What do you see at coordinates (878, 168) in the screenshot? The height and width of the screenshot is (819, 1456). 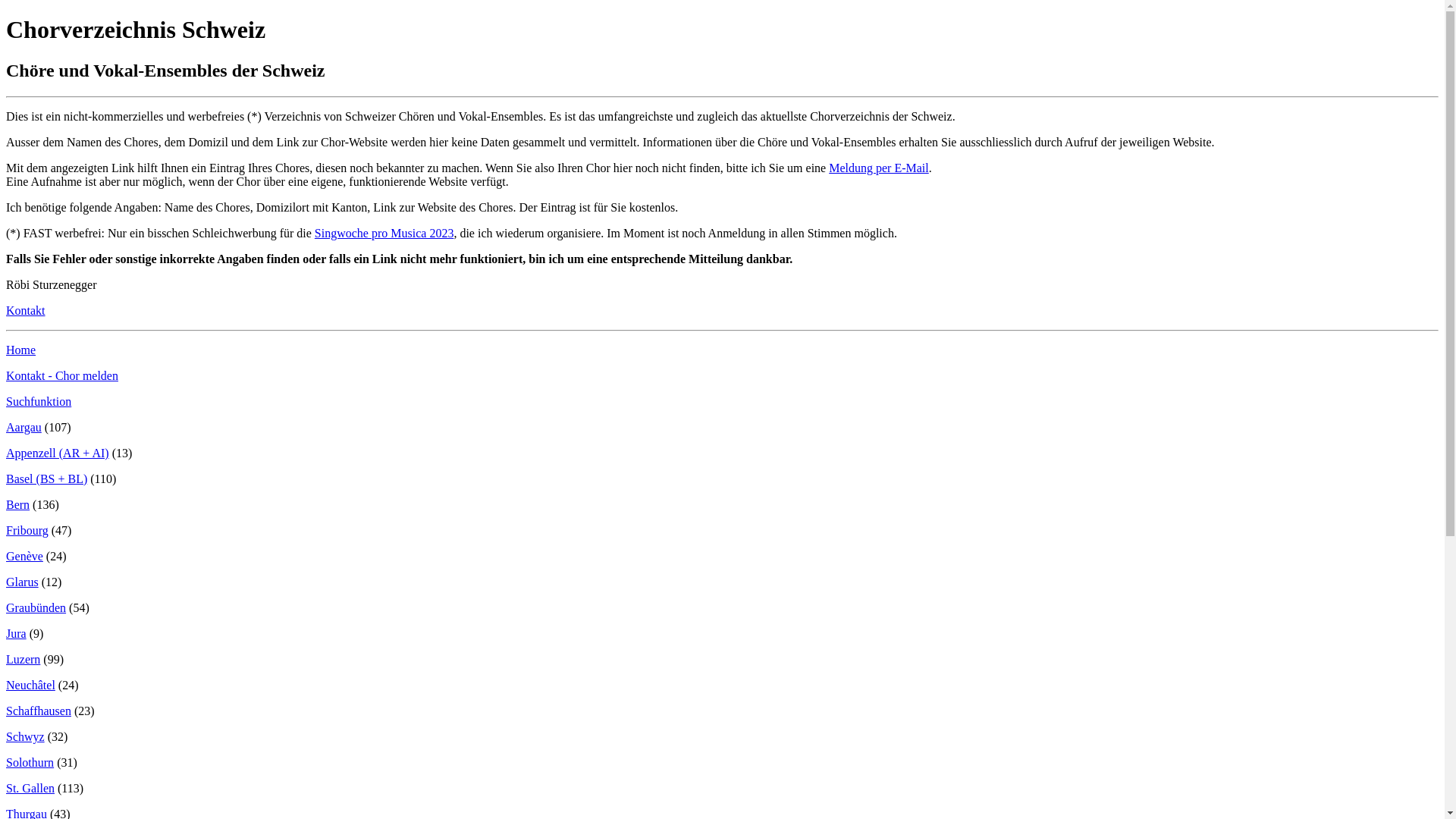 I see `'Meldung per E-Mail'` at bounding box center [878, 168].